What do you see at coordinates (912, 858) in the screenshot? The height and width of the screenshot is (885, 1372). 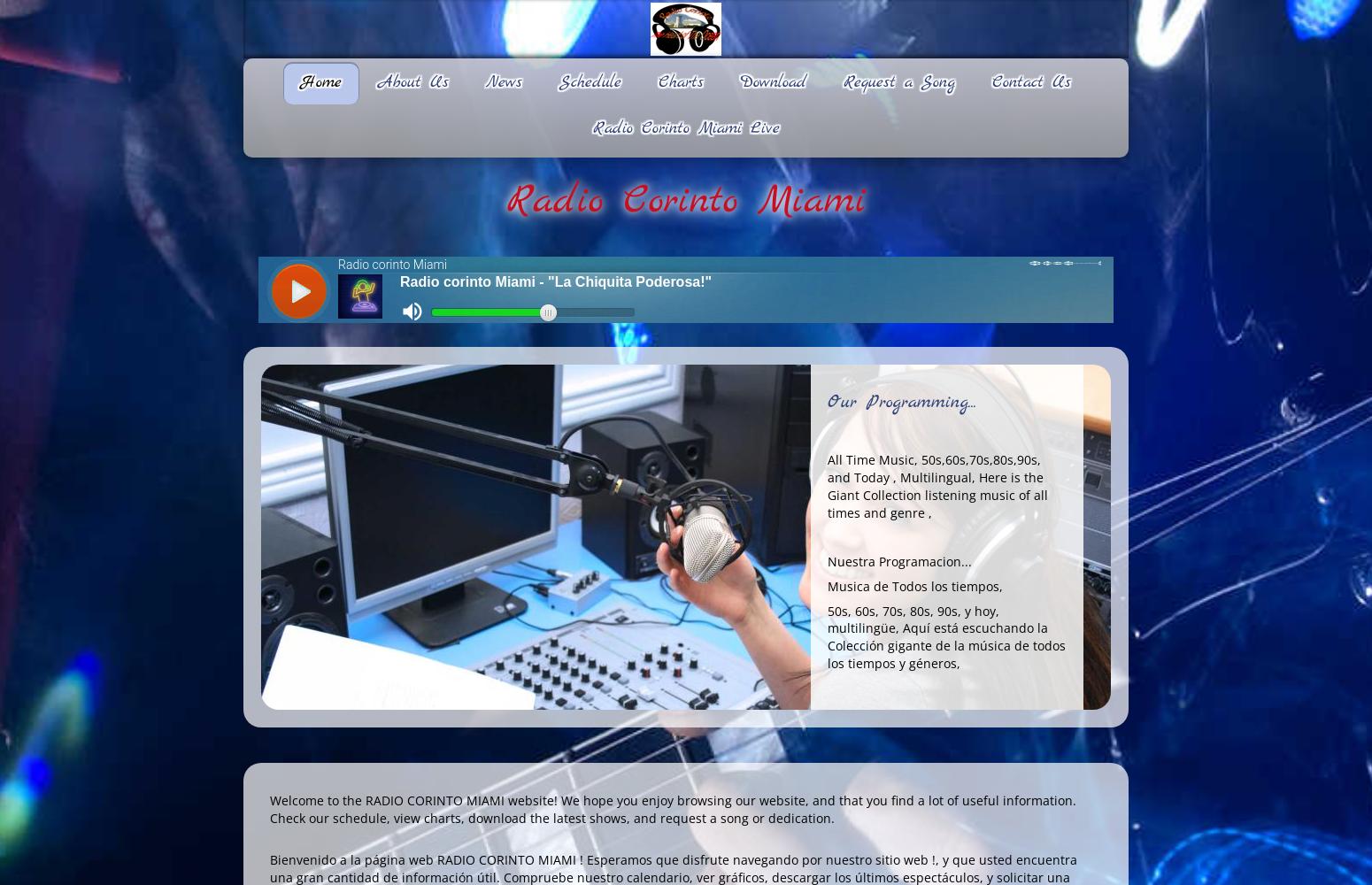 I see `'sitio web !, y'` at bounding box center [912, 858].